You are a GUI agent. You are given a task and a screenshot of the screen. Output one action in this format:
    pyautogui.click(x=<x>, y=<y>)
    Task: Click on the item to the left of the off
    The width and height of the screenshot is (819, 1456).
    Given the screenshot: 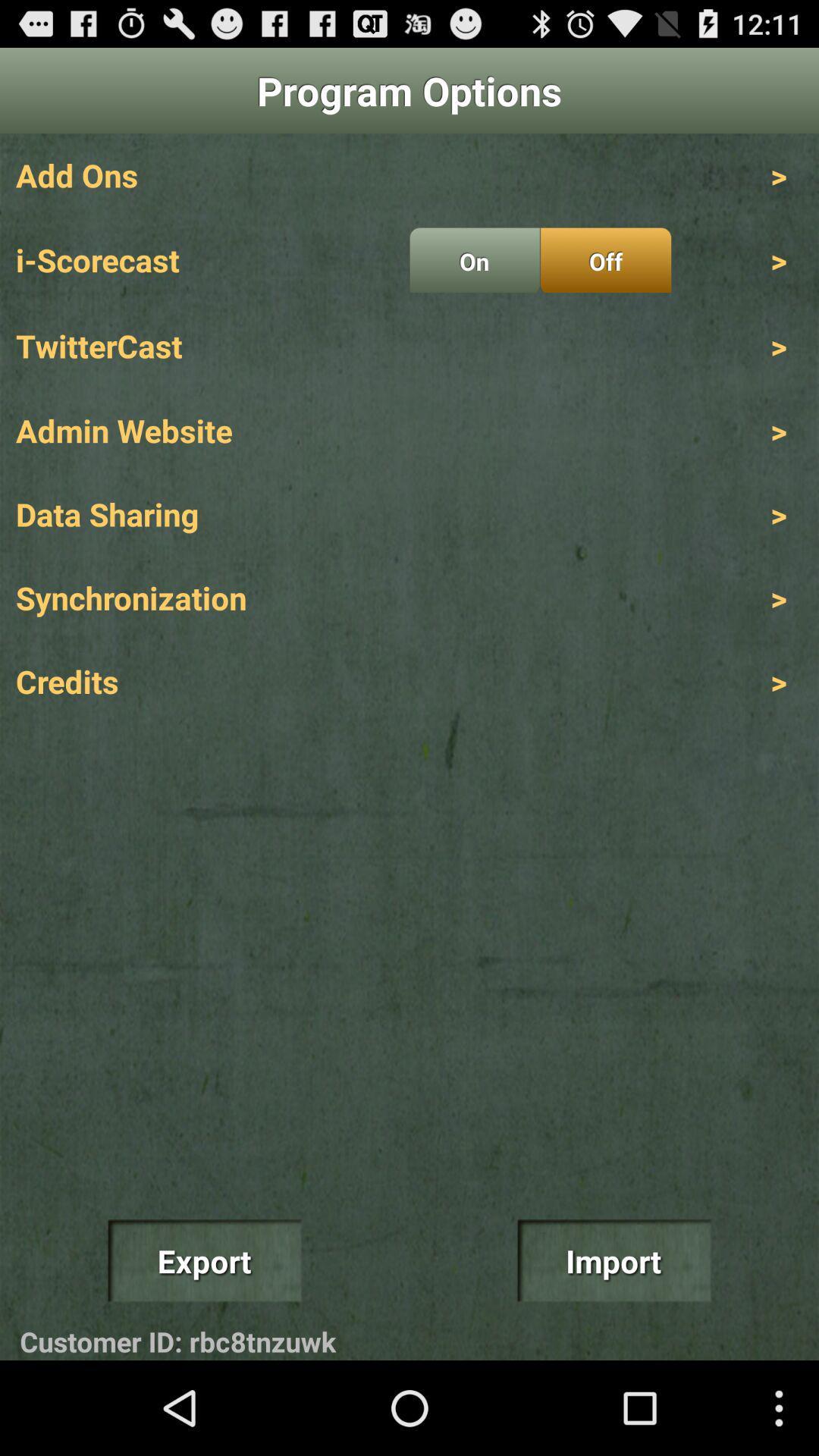 What is the action you would take?
    pyautogui.click(x=474, y=260)
    